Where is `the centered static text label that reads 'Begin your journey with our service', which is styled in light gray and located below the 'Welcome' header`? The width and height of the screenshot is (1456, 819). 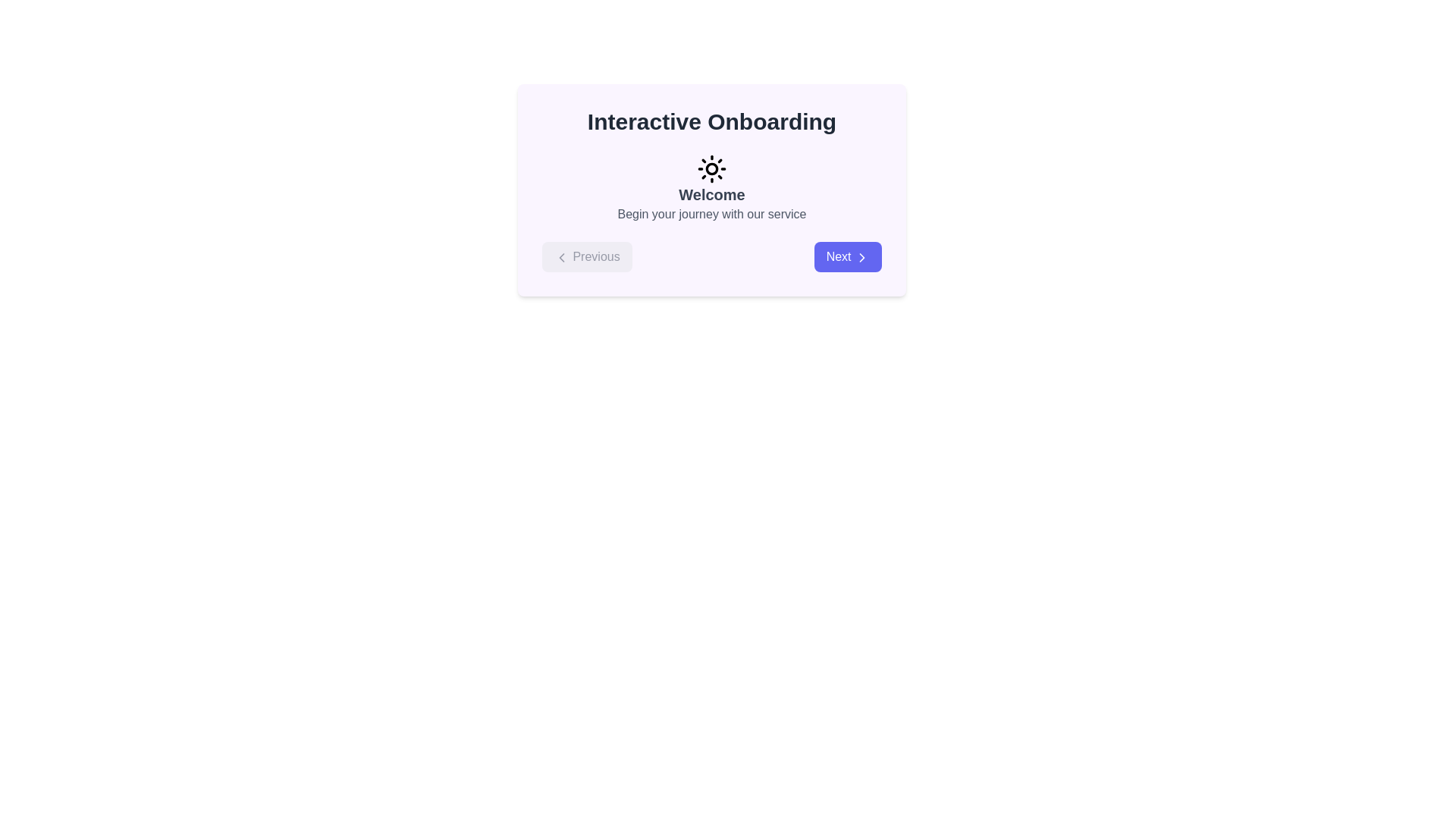
the centered static text label that reads 'Begin your journey with our service', which is styled in light gray and located below the 'Welcome' header is located at coordinates (711, 214).